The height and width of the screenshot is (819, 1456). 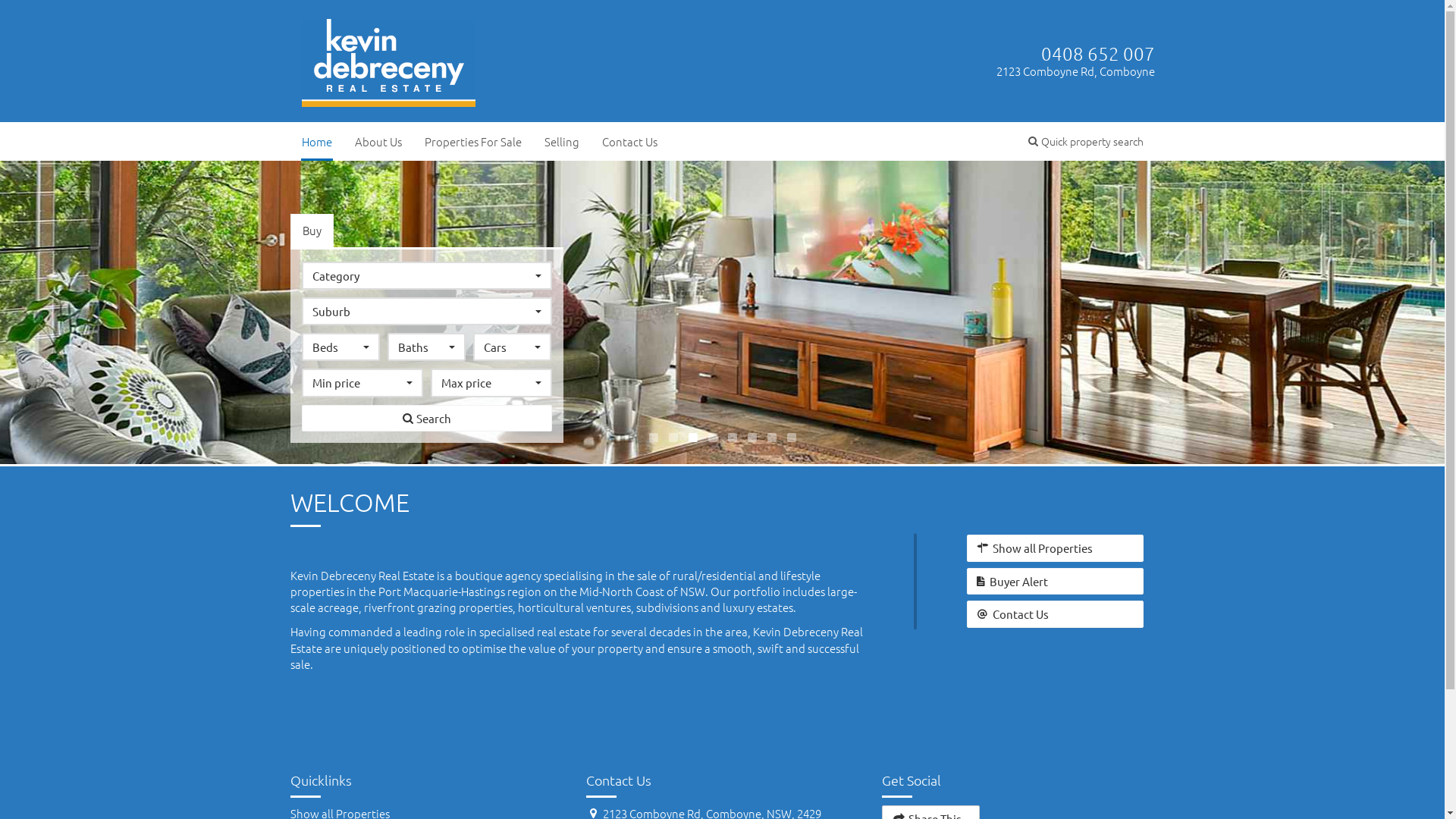 I want to click on 'Properties For Sale', so click(x=472, y=141).